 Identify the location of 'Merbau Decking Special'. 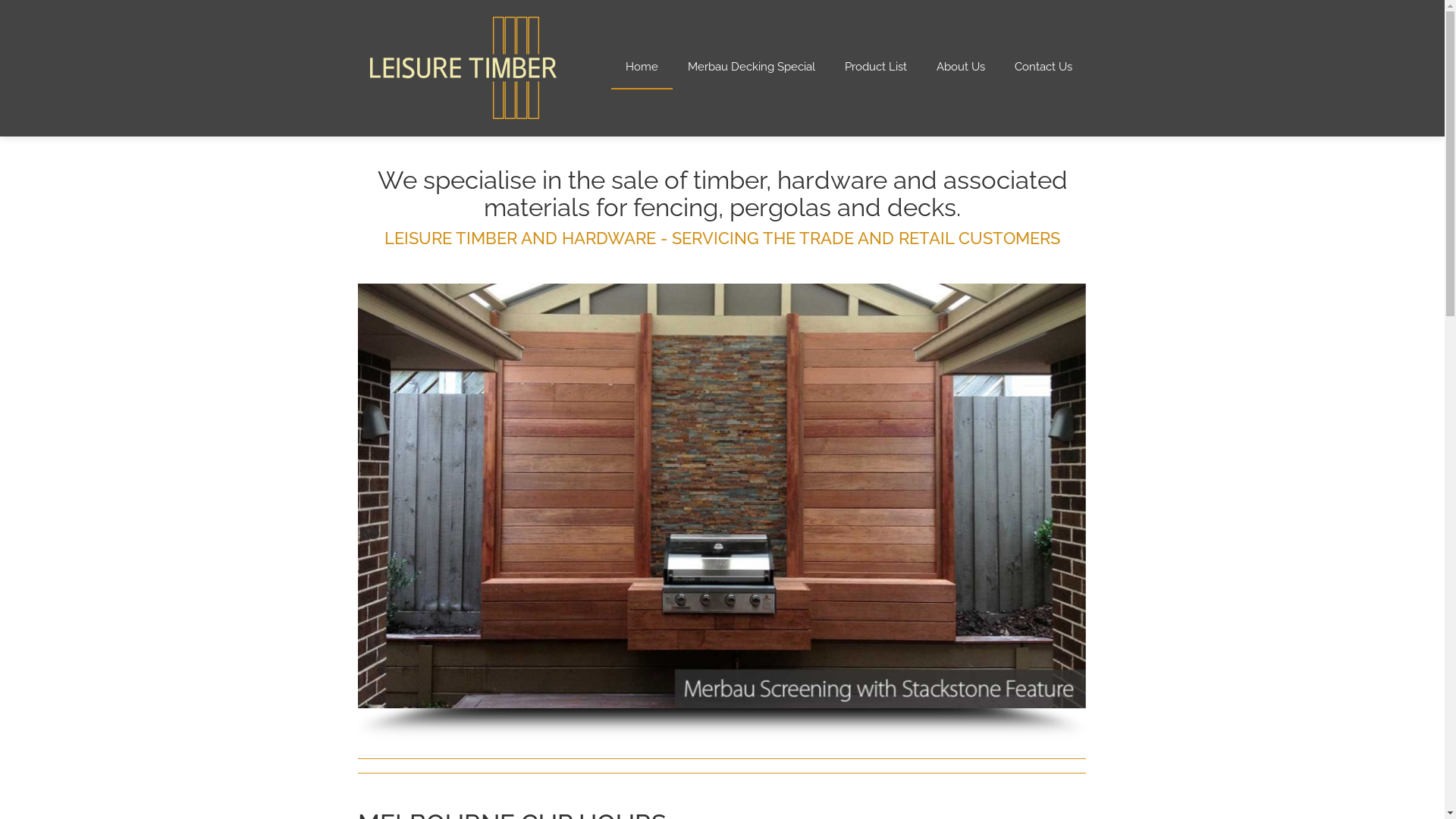
(673, 66).